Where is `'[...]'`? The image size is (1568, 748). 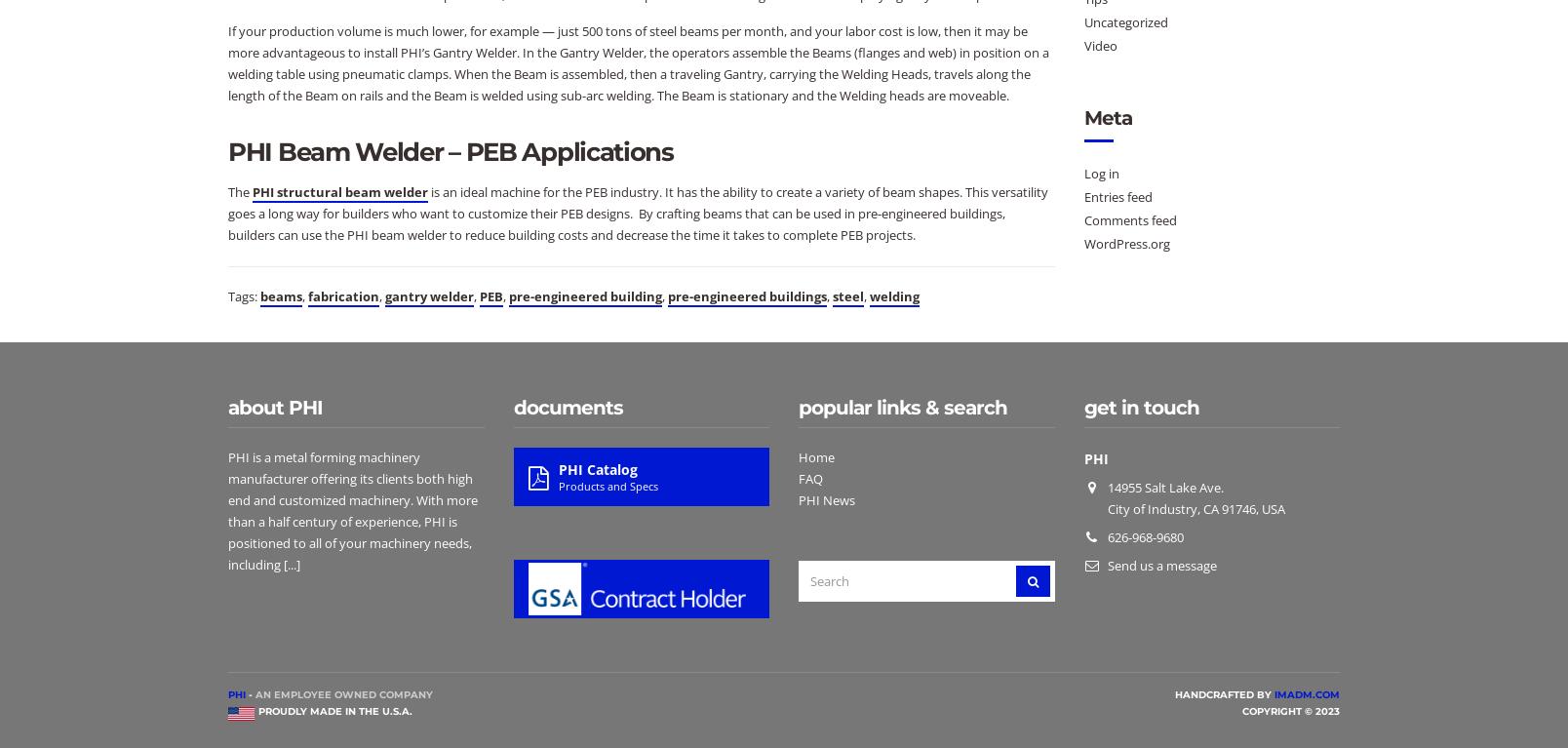 '[...]' is located at coordinates (291, 564).